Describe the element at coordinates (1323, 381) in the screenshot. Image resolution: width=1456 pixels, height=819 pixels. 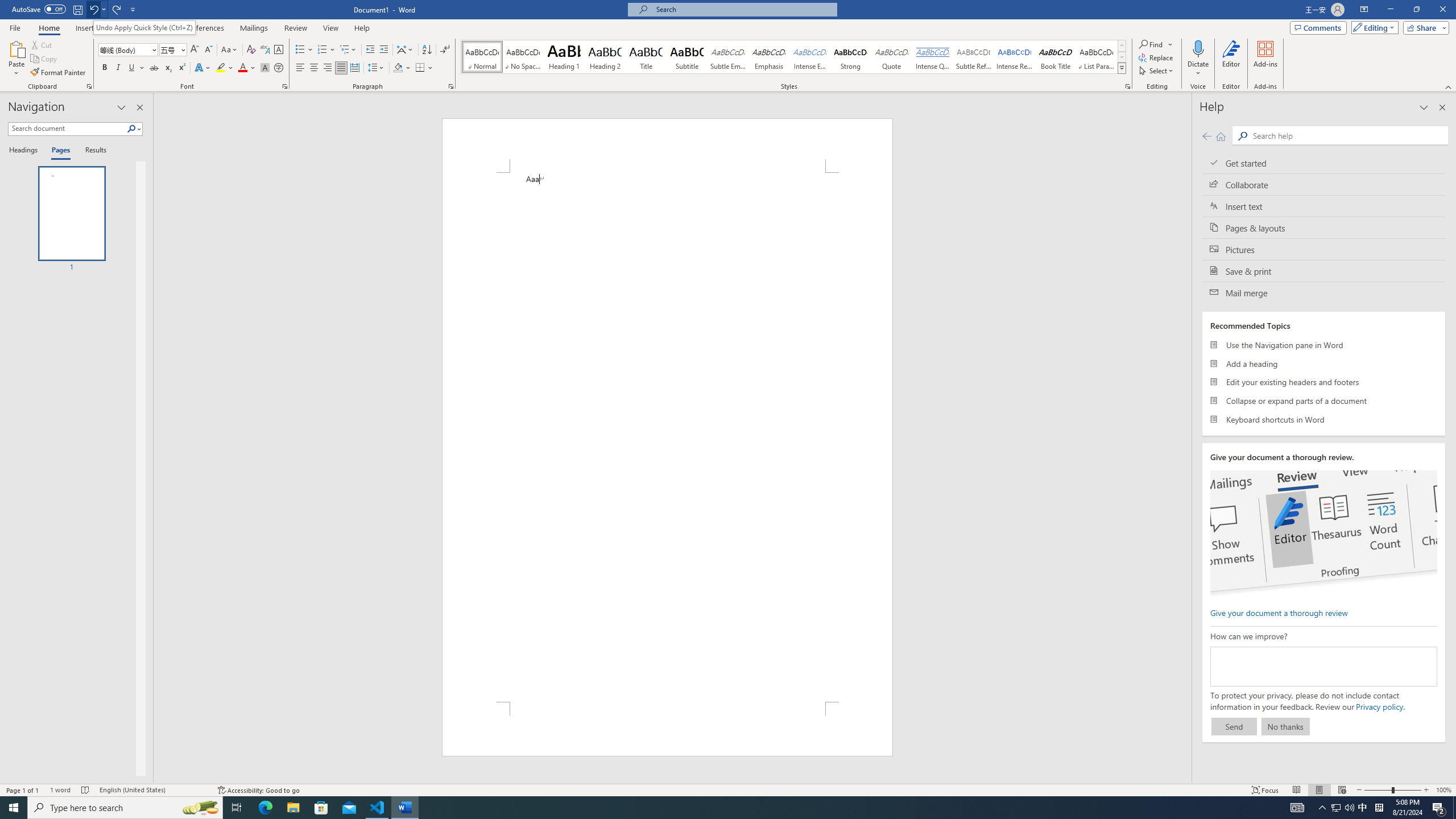
I see `'Edit your existing headers and footers'` at that location.